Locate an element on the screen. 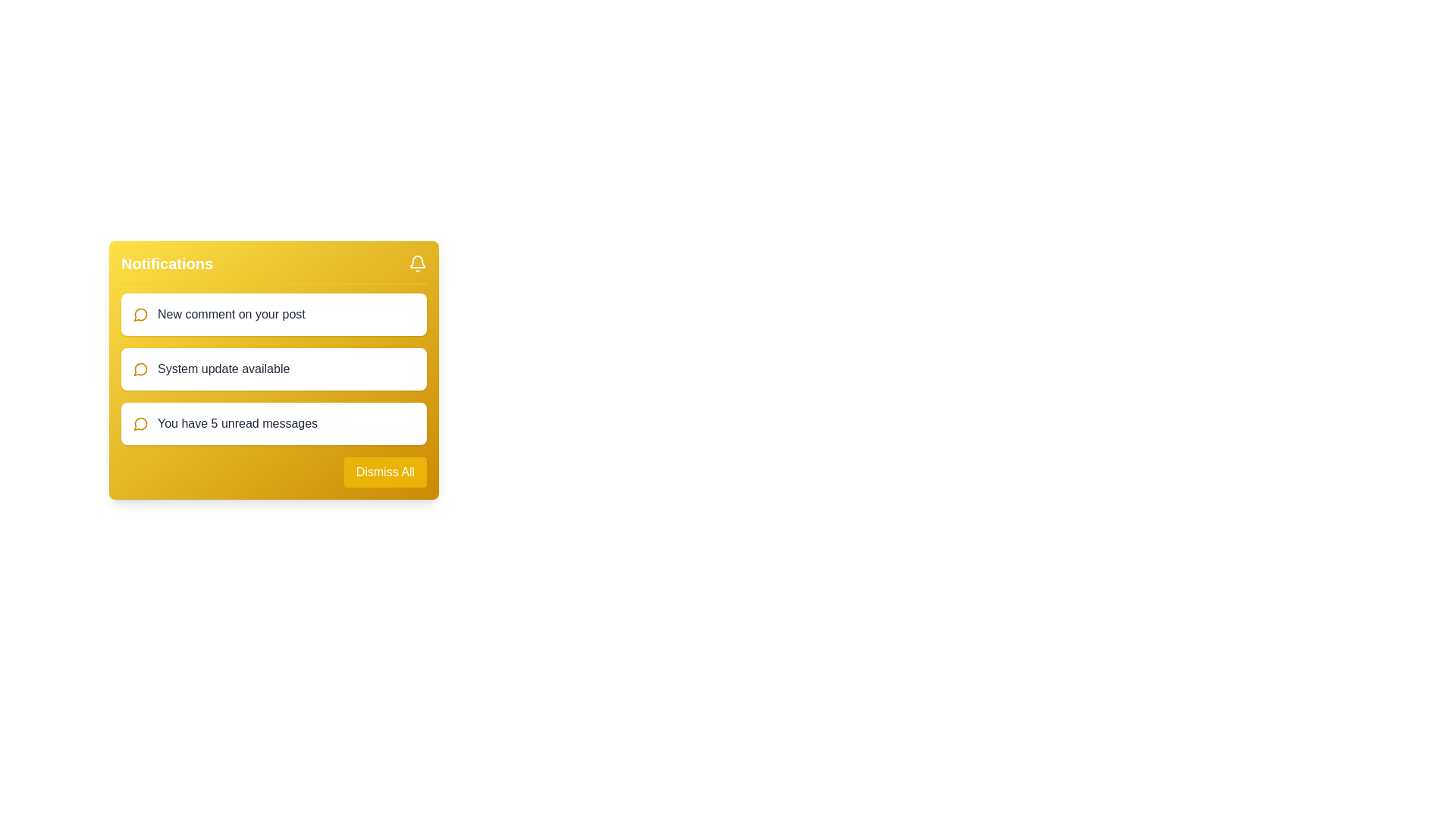 The height and width of the screenshot is (819, 1456). the third notification message in the yellow panel that indicates unread messages, positioned between 'System update available' and 'Dismiss All' is located at coordinates (274, 424).